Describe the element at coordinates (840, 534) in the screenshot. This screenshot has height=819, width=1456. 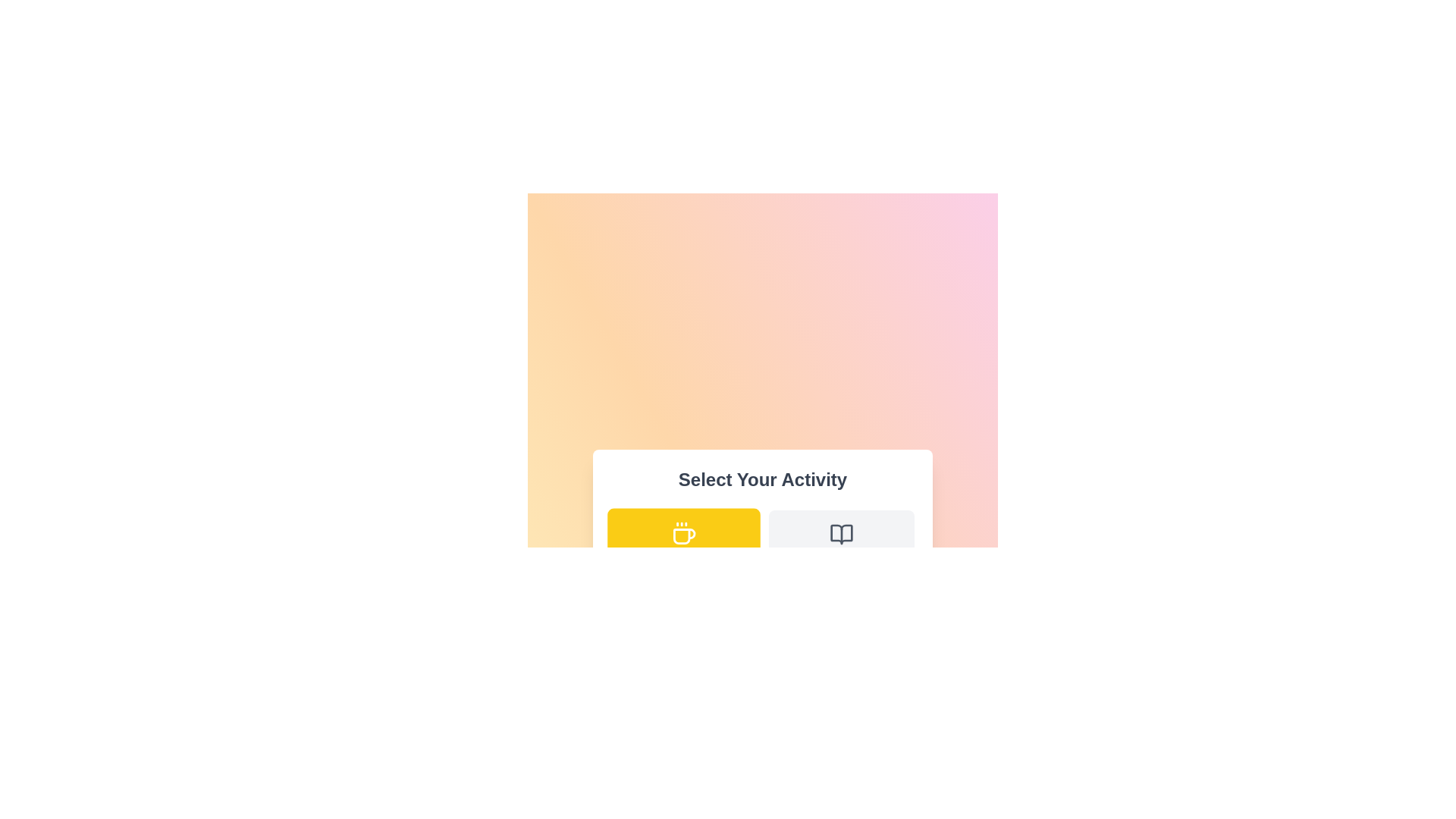
I see `the Icon button located beneath the header 'Select Your Activity'` at that location.